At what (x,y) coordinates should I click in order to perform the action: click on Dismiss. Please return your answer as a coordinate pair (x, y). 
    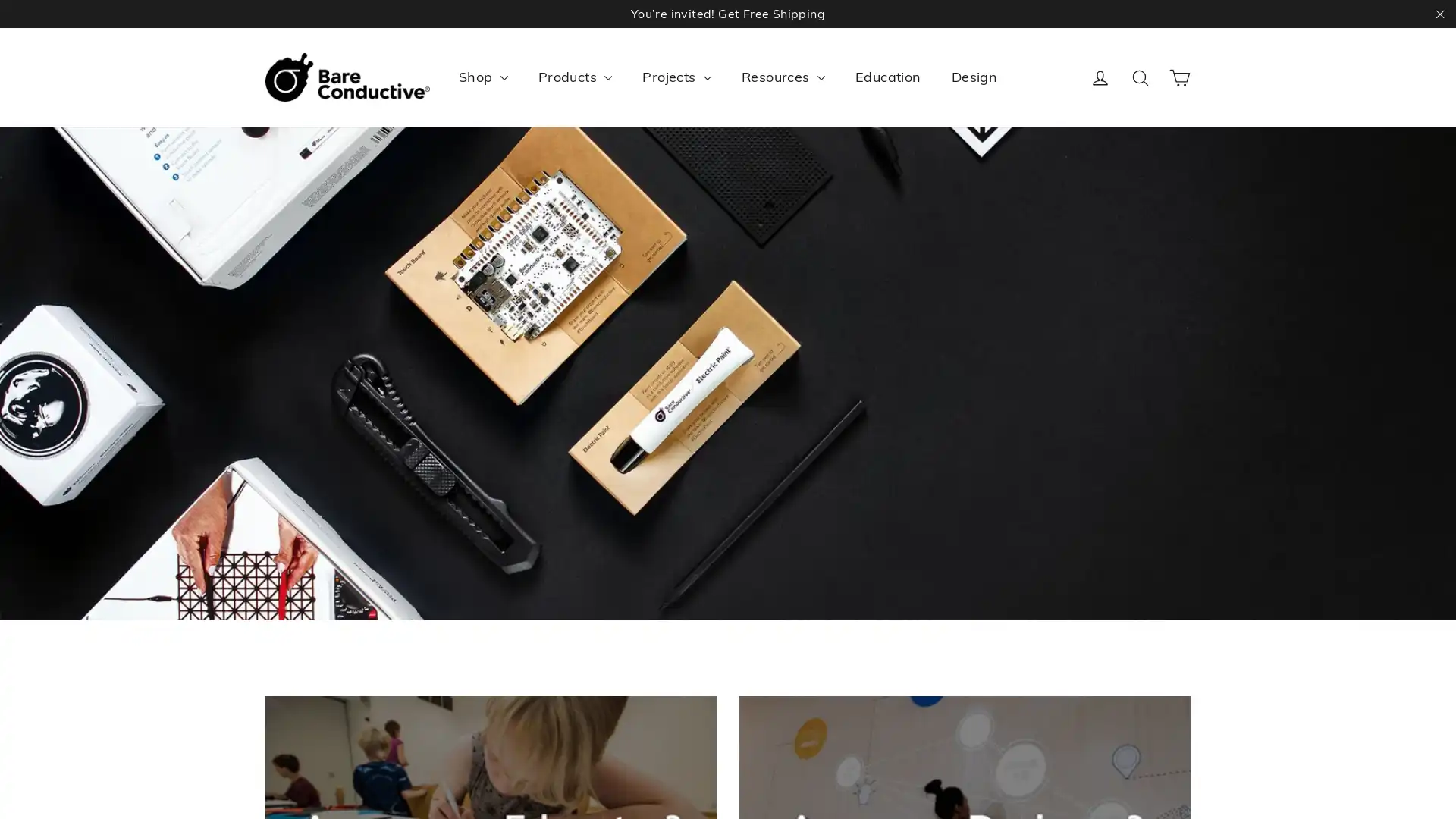
    Looking at the image, I should click on (896, 275).